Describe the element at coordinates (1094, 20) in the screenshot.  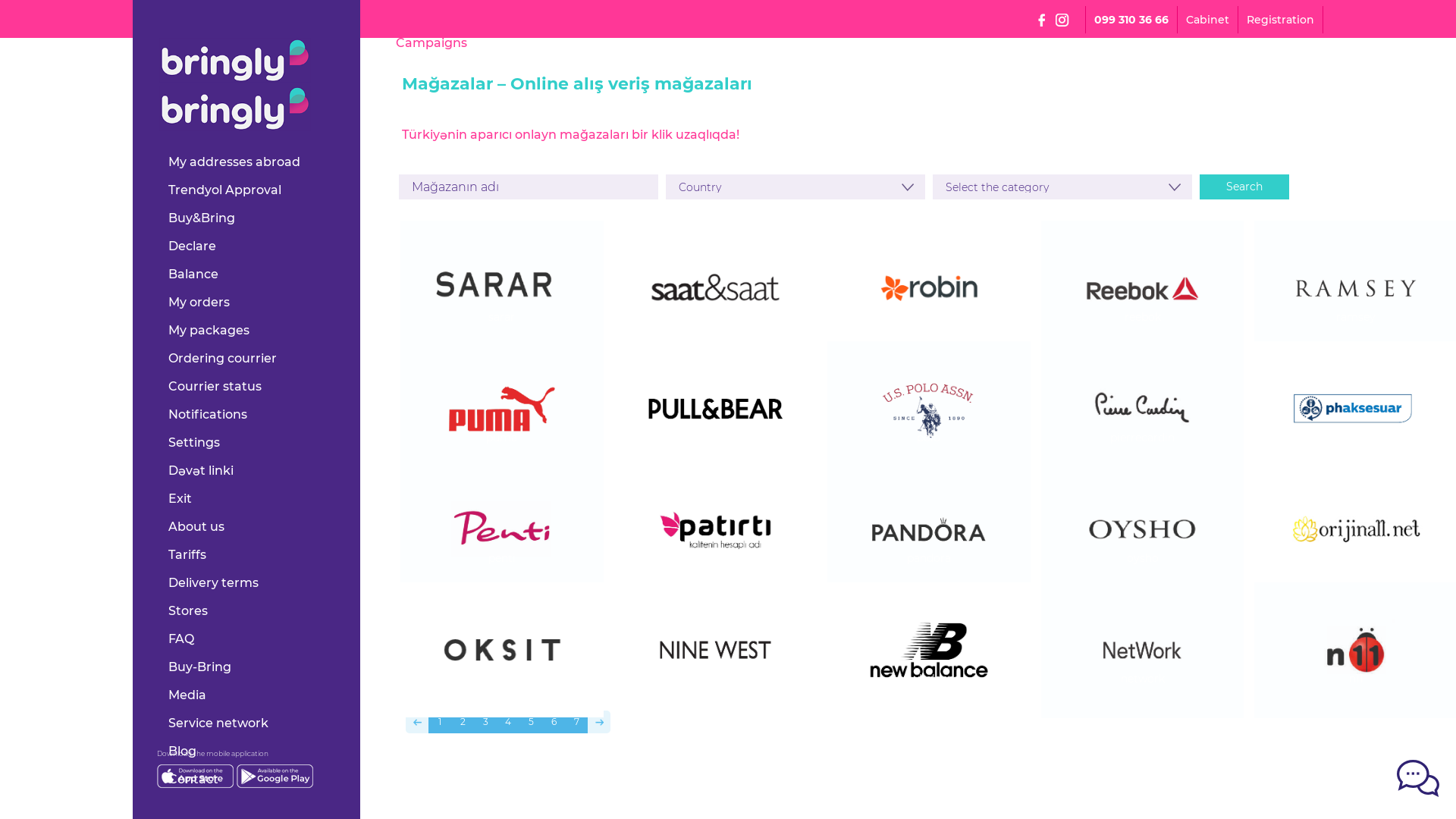
I see `'099 310 36 66'` at that location.